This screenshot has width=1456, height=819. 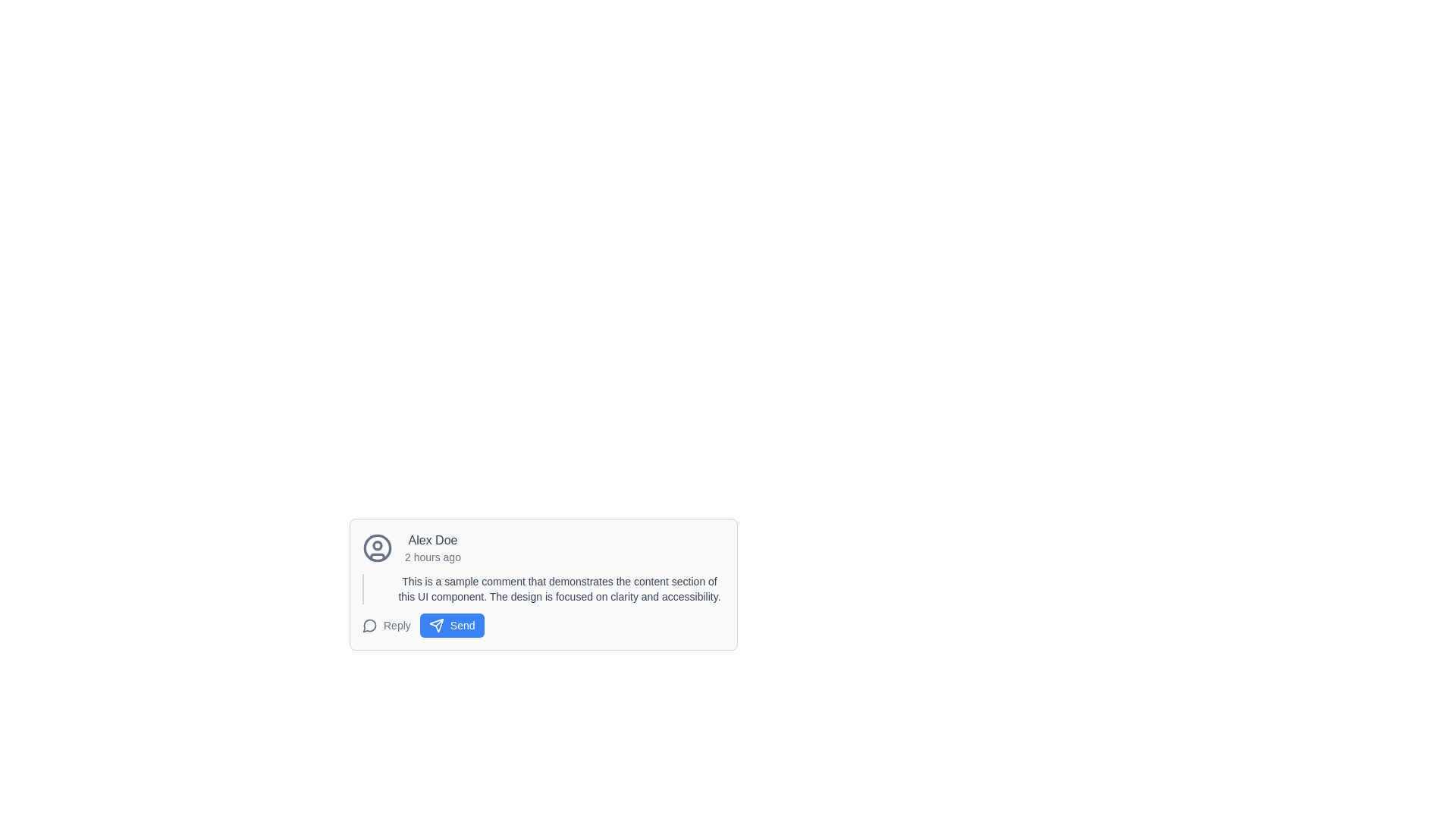 I want to click on the static text label displaying 'Alex Doe' which is styled in gray and positioned in the upper-left corner of the user comment box, aligned with the user avatar, so click(x=432, y=540).